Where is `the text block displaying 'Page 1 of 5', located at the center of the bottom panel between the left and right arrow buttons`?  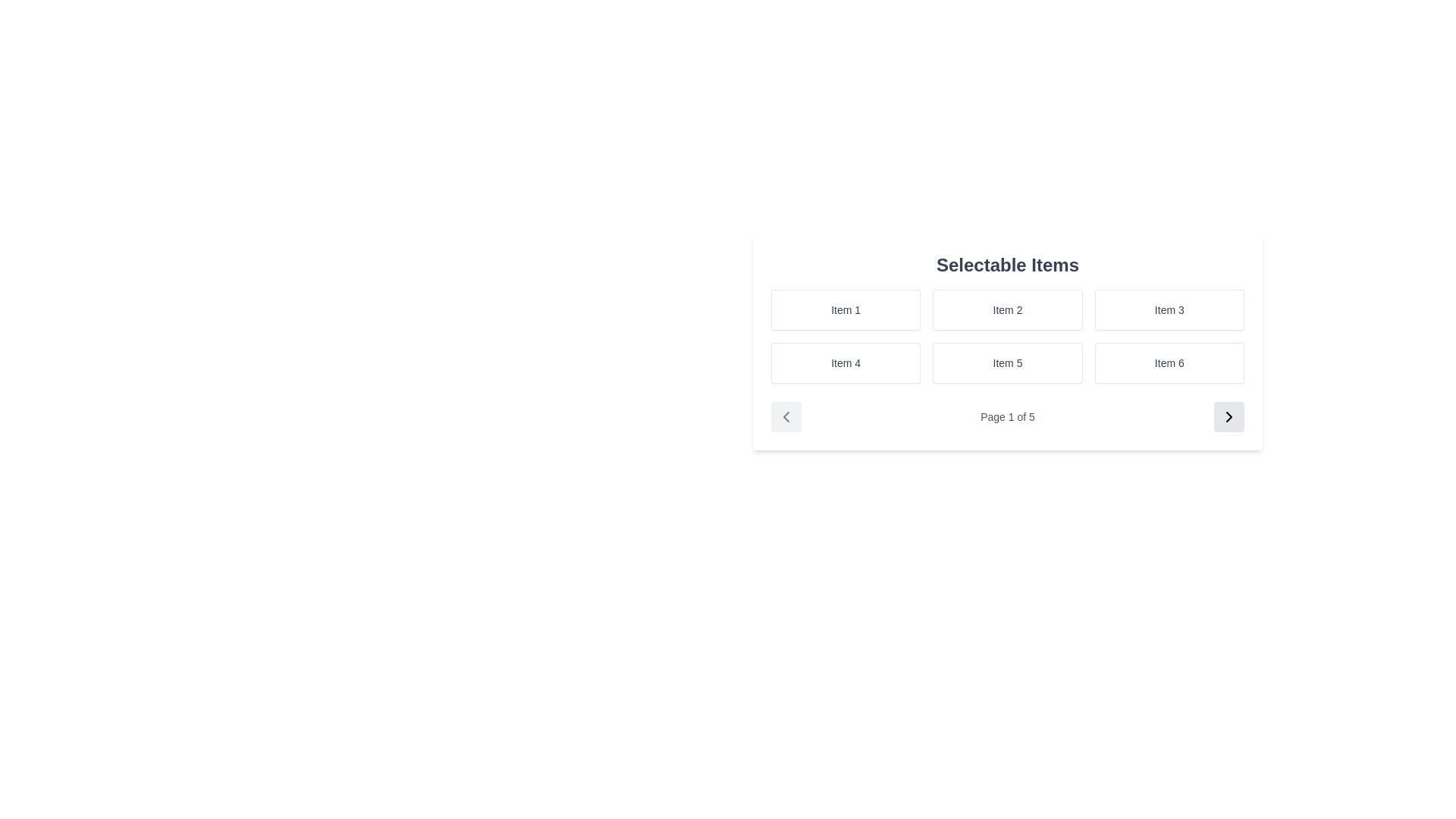
the text block displaying 'Page 1 of 5', located at the center of the bottom panel between the left and right arrow buttons is located at coordinates (1008, 417).